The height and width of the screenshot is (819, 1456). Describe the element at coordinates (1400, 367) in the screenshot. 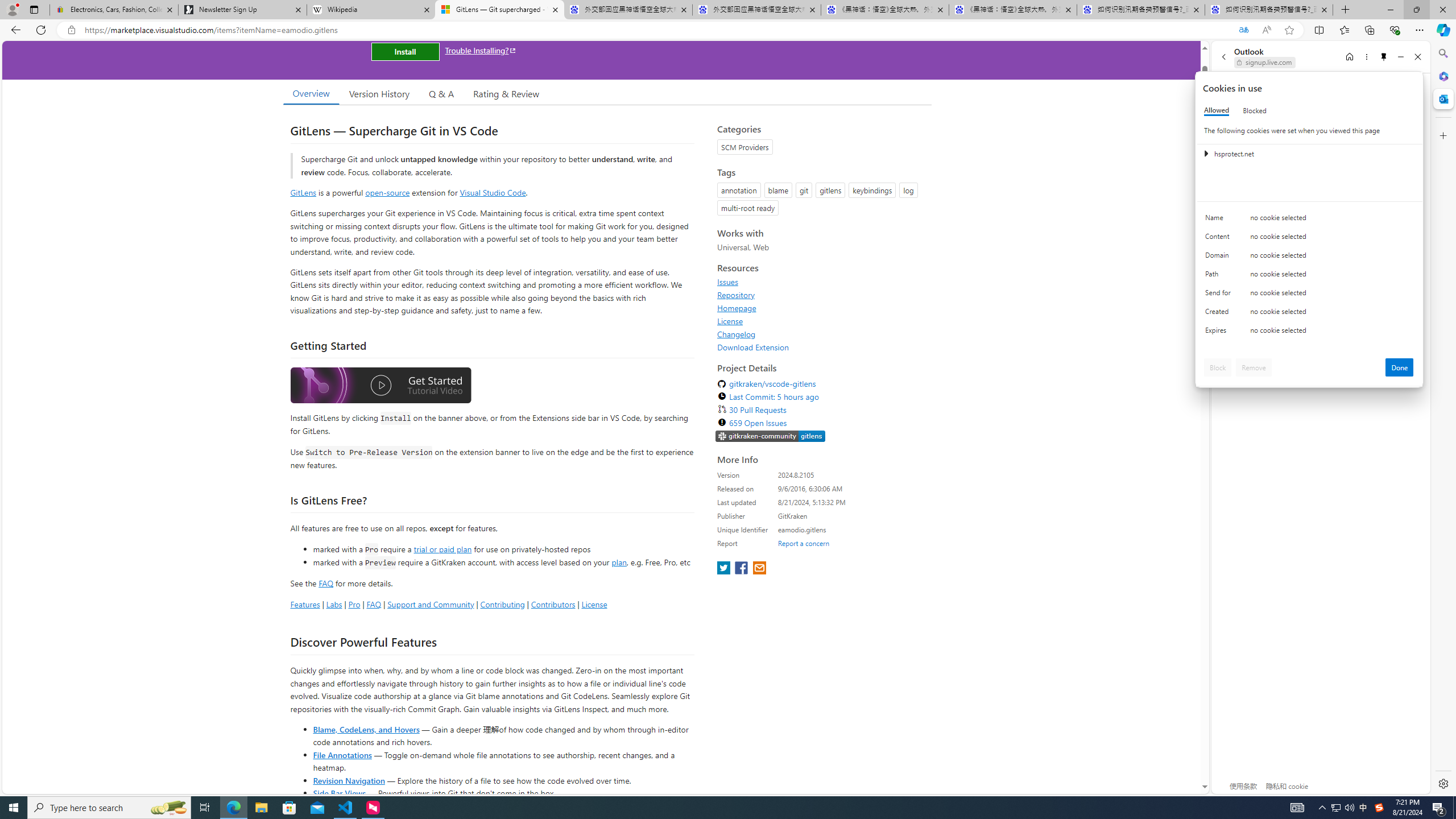

I see `'Done'` at that location.